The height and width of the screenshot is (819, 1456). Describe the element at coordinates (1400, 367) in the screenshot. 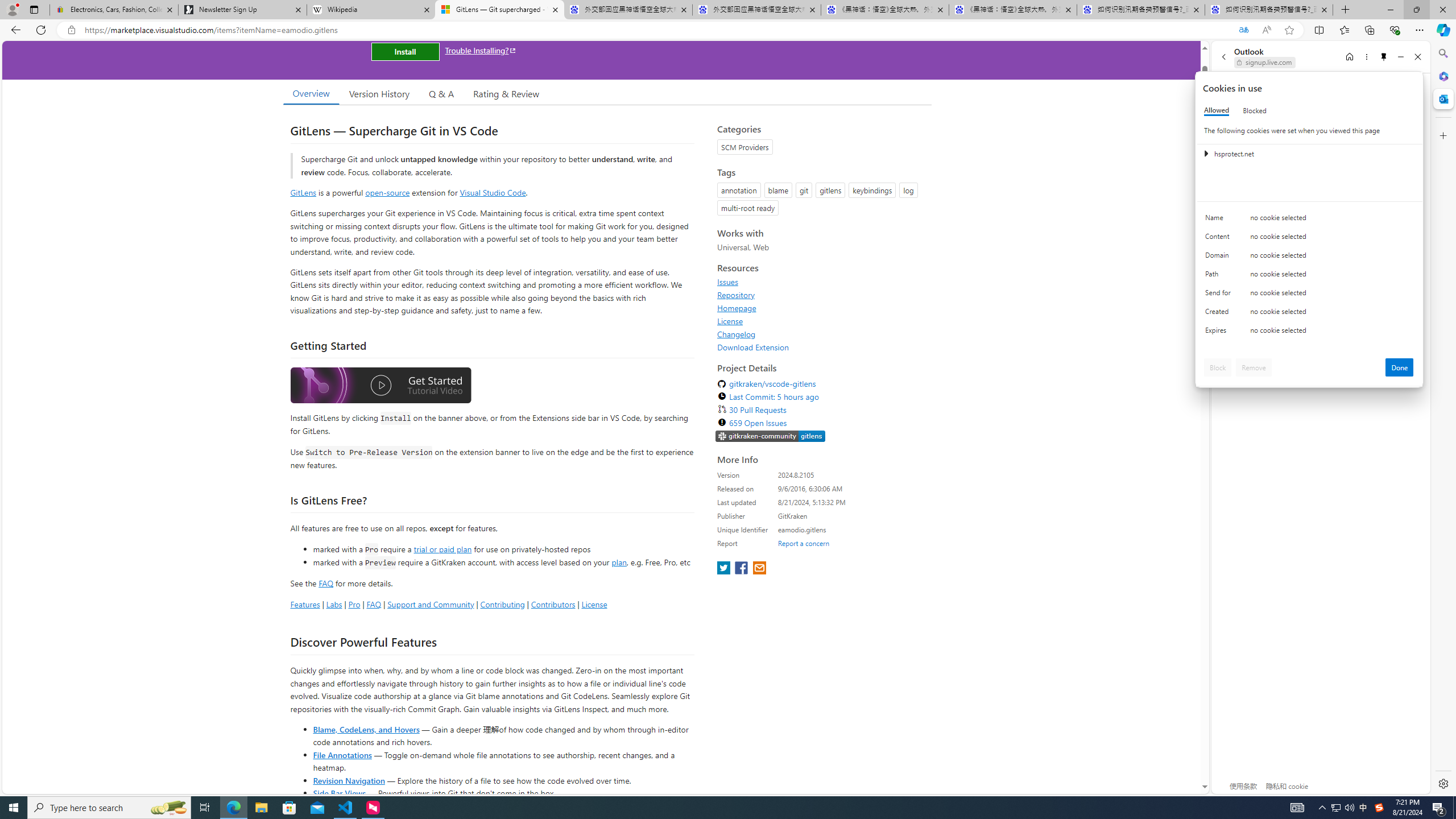

I see `'Done'` at that location.